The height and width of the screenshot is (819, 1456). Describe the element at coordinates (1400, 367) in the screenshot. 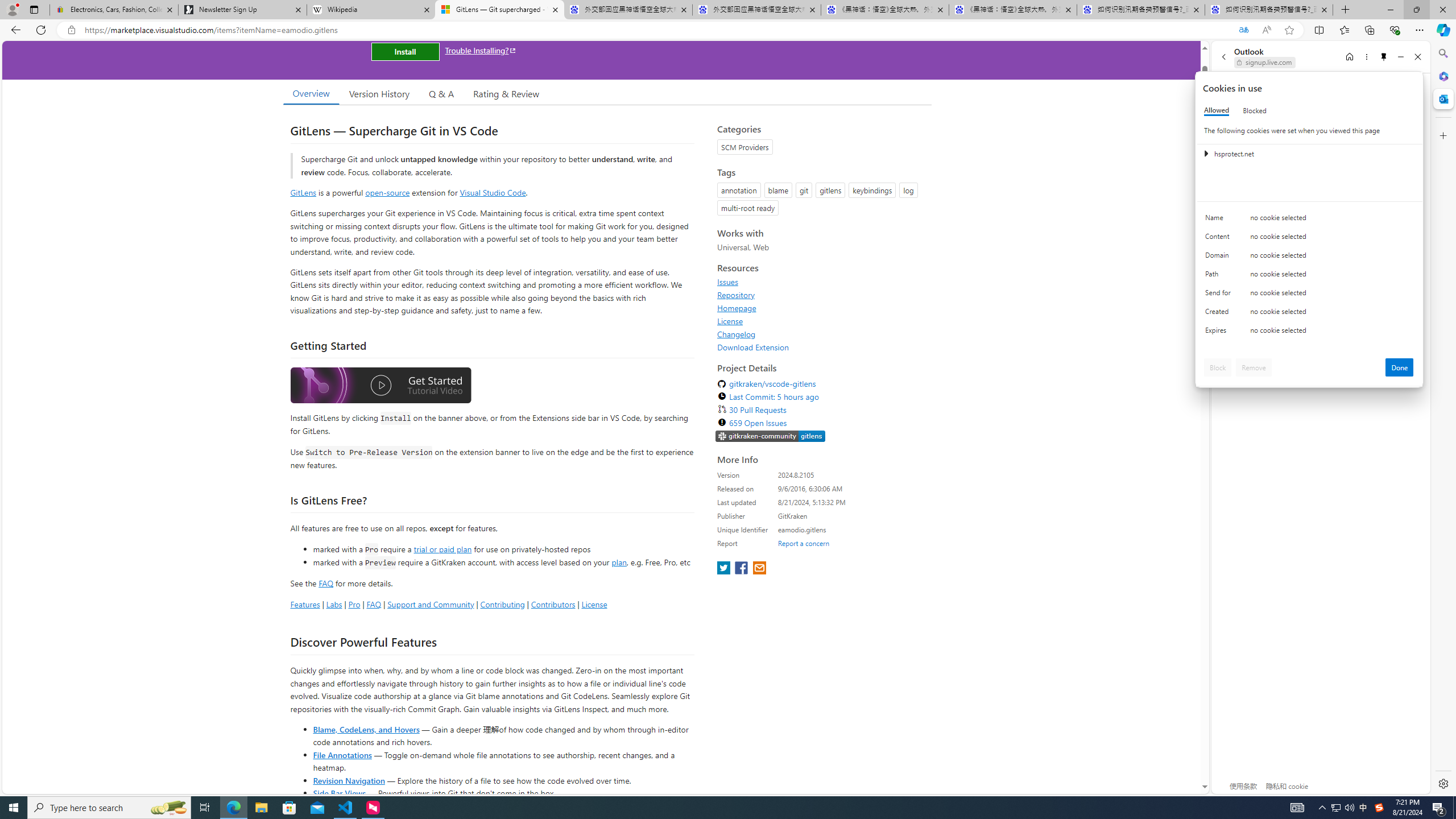

I see `'Done'` at that location.